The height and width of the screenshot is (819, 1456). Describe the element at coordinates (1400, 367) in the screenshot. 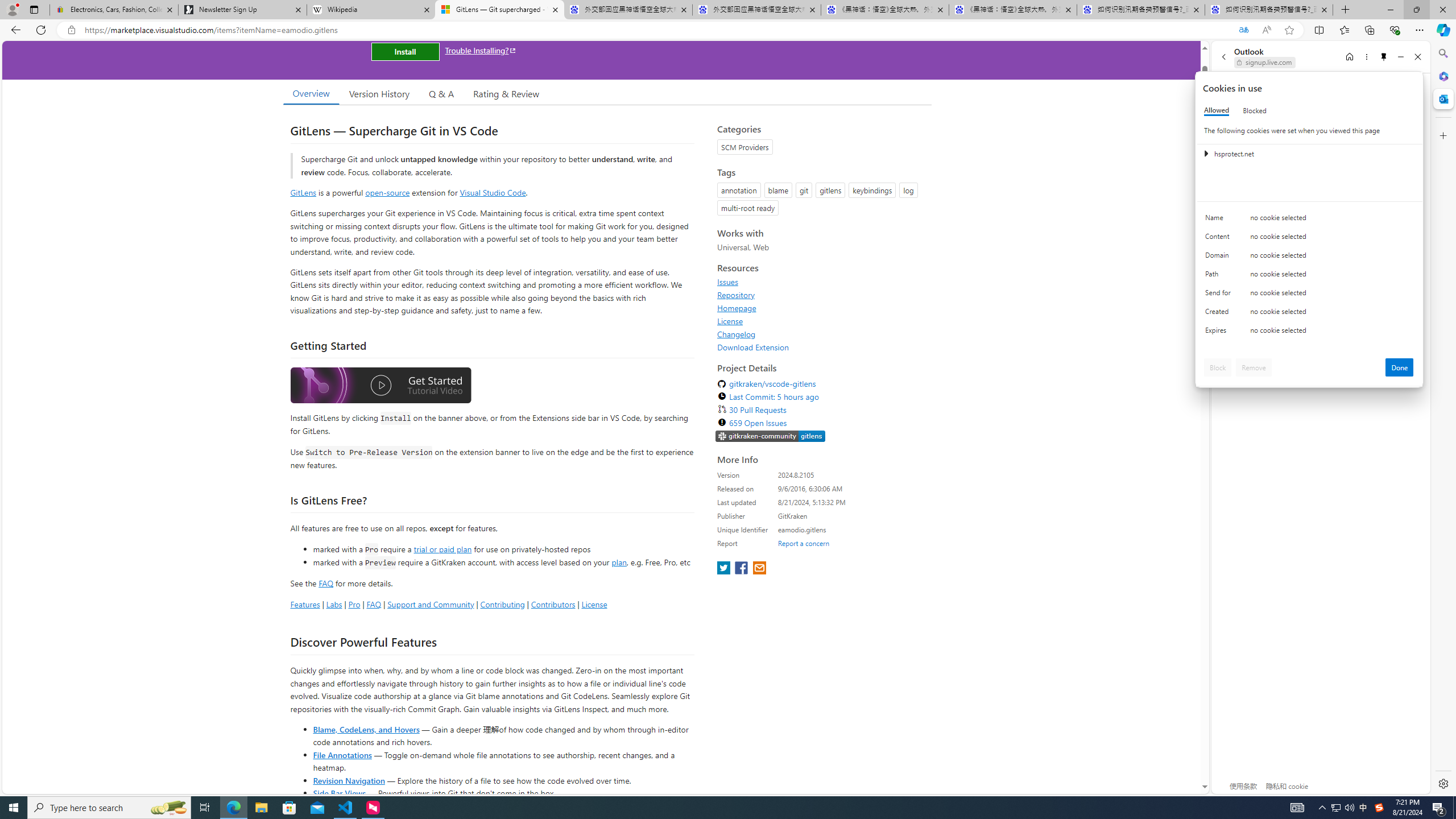

I see `'Done'` at that location.